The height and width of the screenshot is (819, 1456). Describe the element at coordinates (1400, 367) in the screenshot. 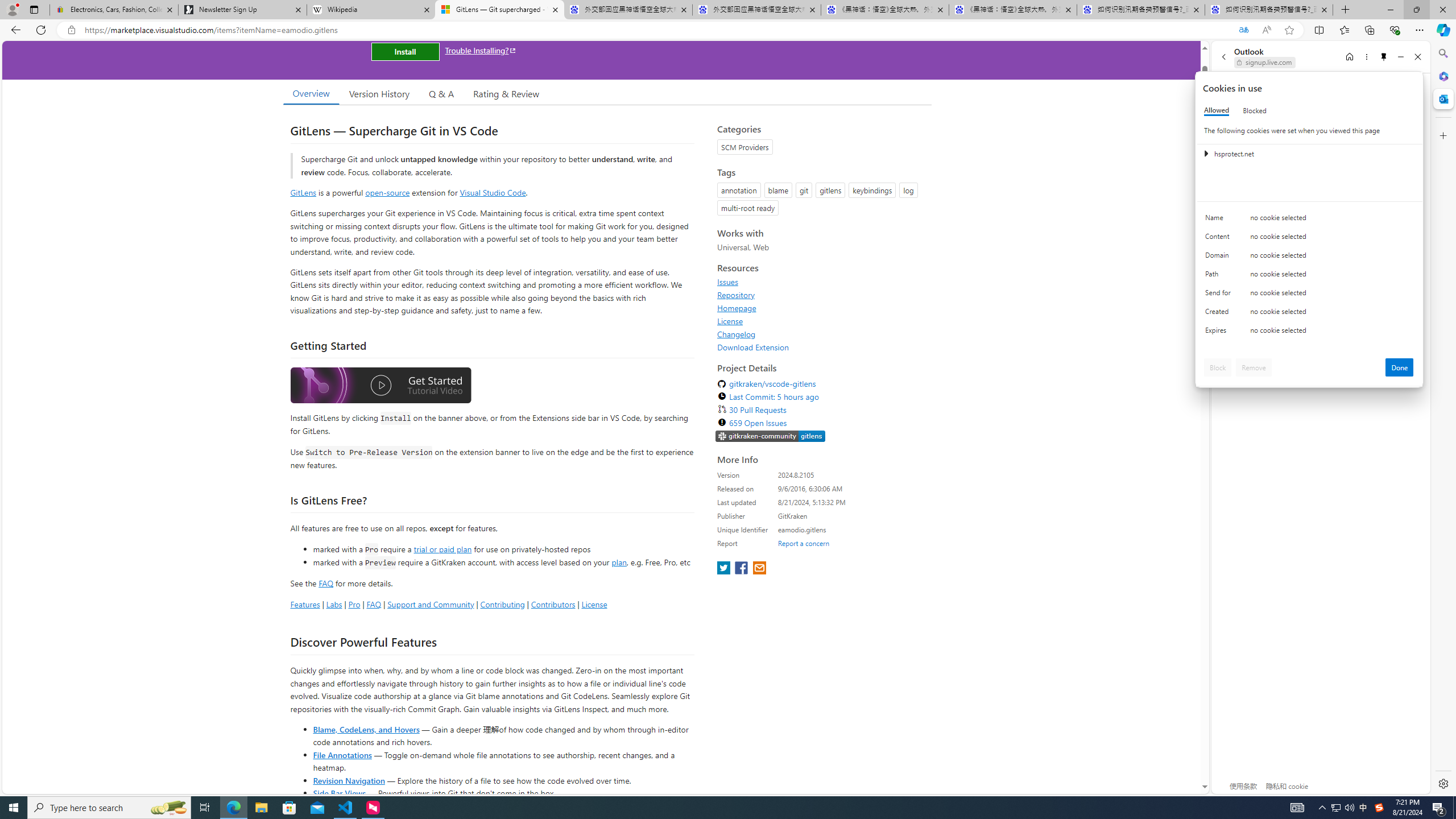

I see `'Done'` at that location.